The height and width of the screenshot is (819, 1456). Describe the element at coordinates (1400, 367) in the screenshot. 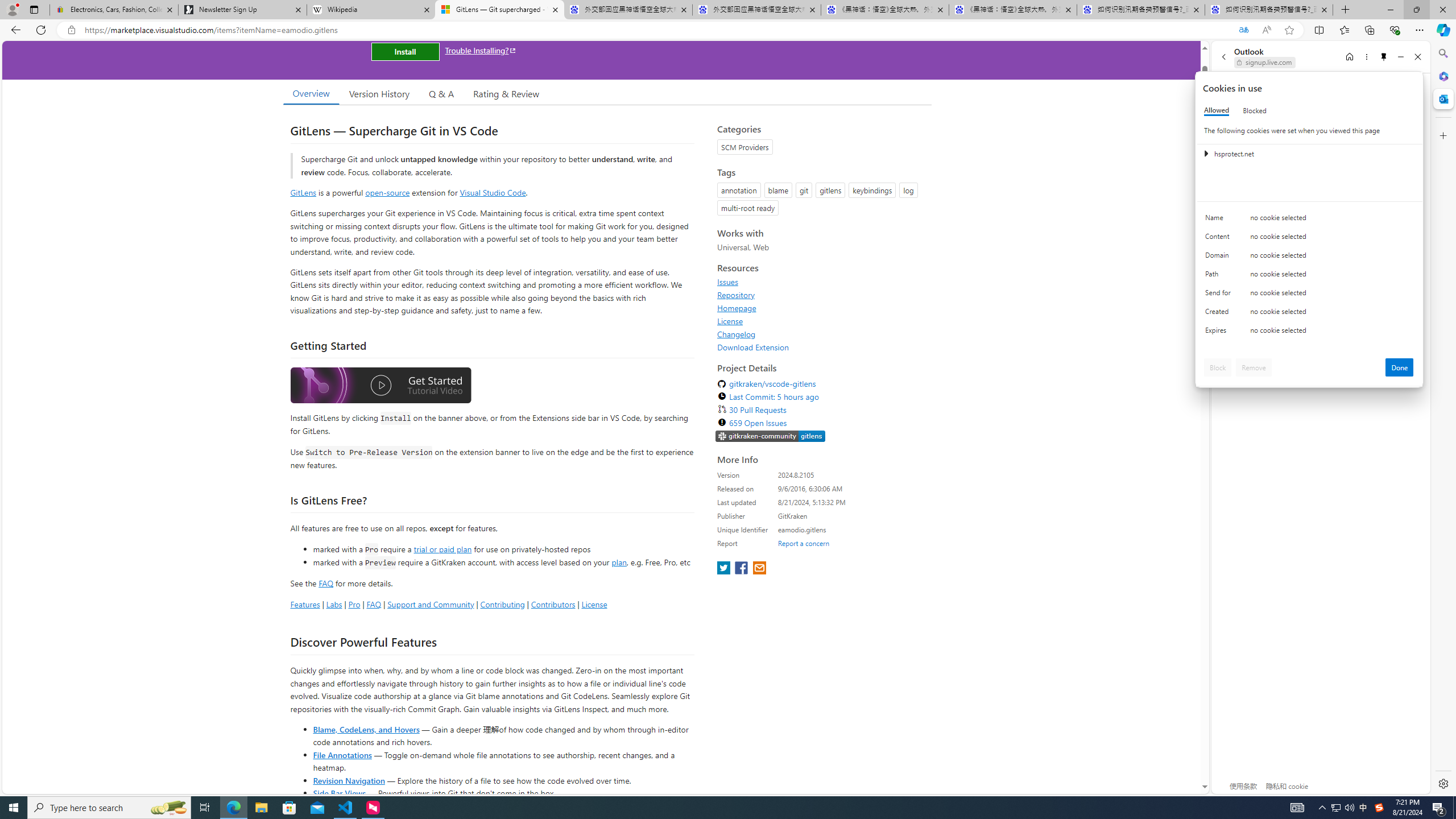

I see `'Done'` at that location.